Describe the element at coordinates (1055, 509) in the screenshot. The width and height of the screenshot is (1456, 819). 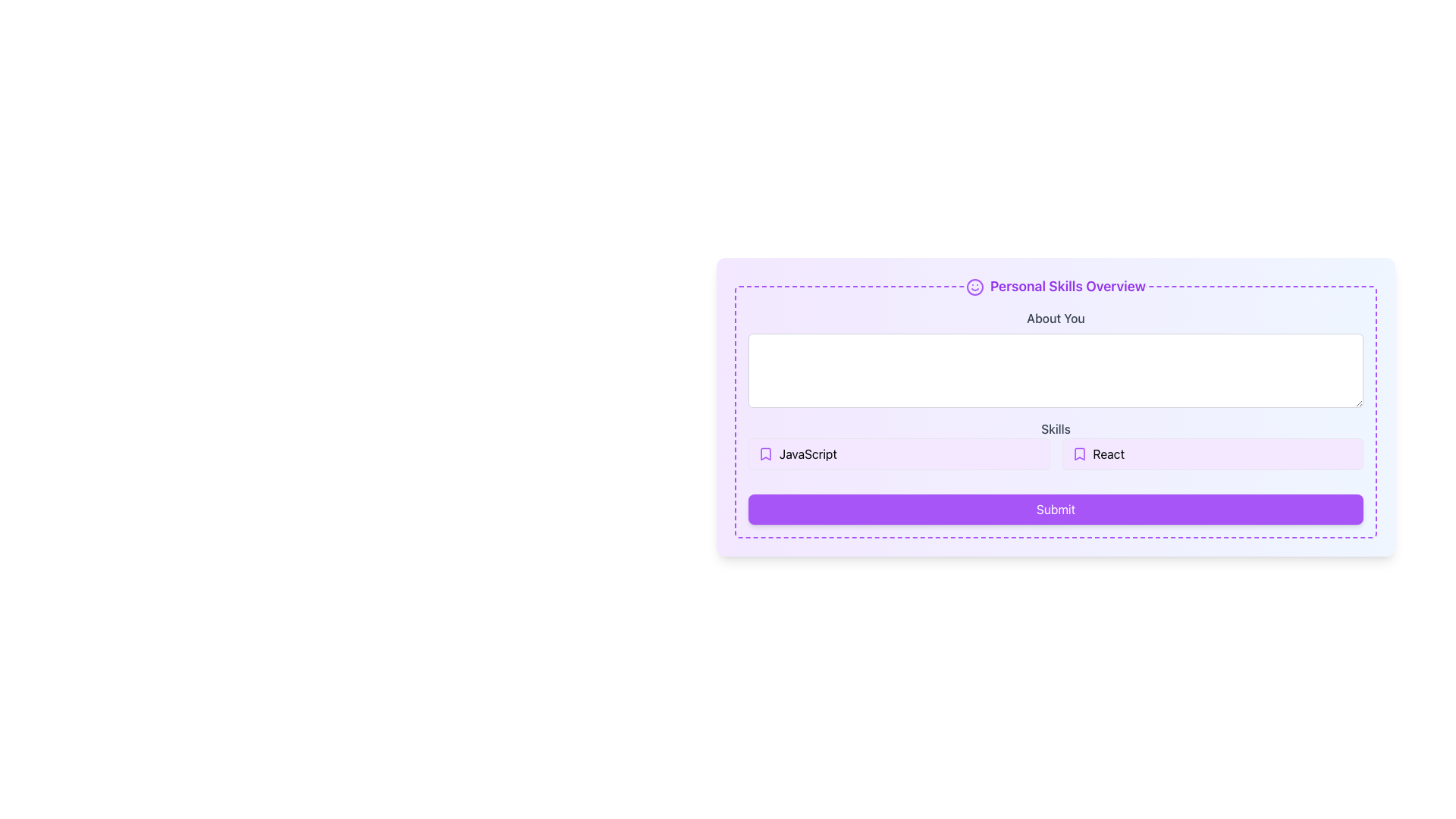
I see `the 'Submit' button, which is a rectangular button with white text on a purple background, located at the bottom of the form section labeled 'Skills'` at that location.